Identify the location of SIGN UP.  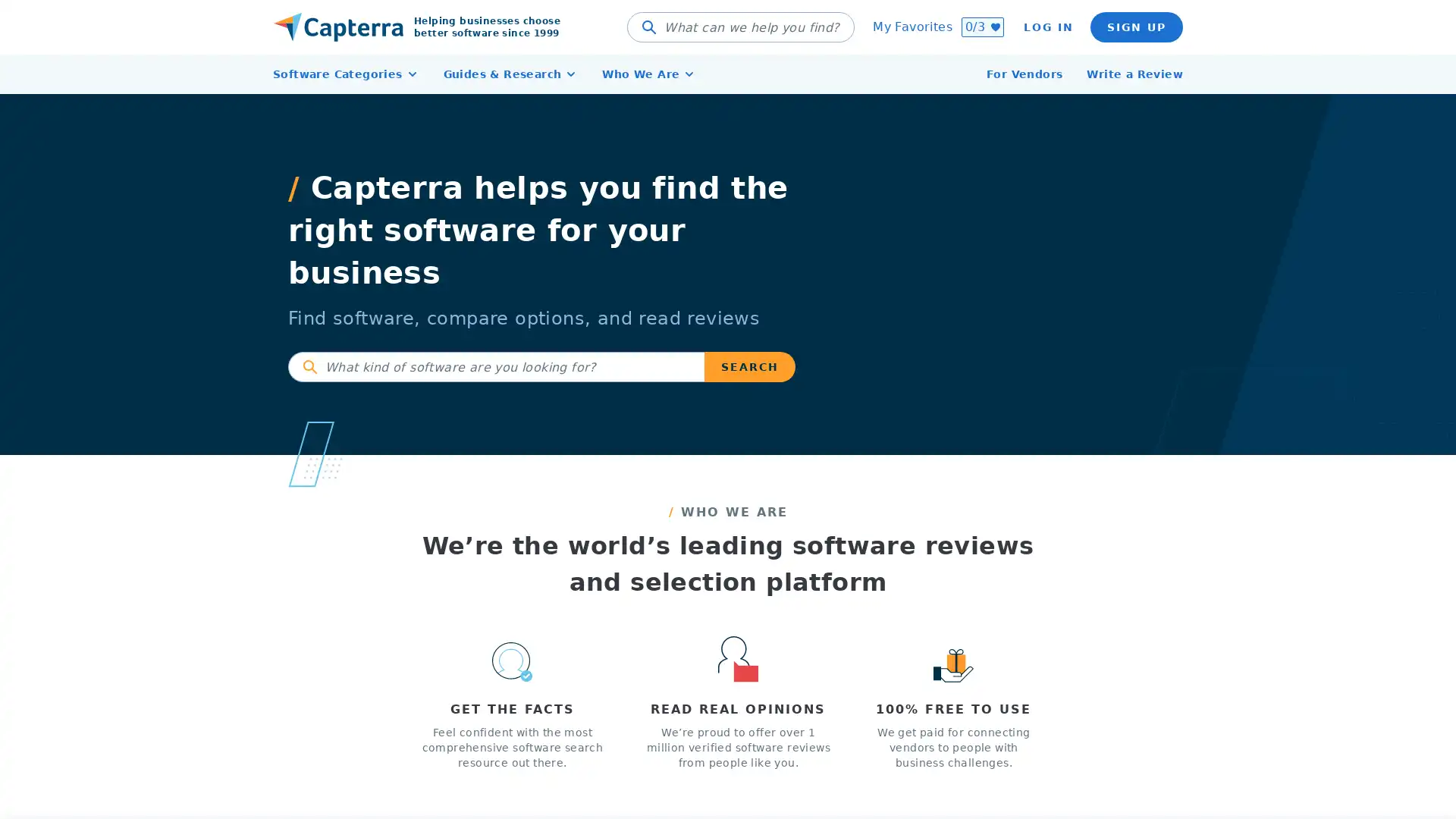
(1136, 27).